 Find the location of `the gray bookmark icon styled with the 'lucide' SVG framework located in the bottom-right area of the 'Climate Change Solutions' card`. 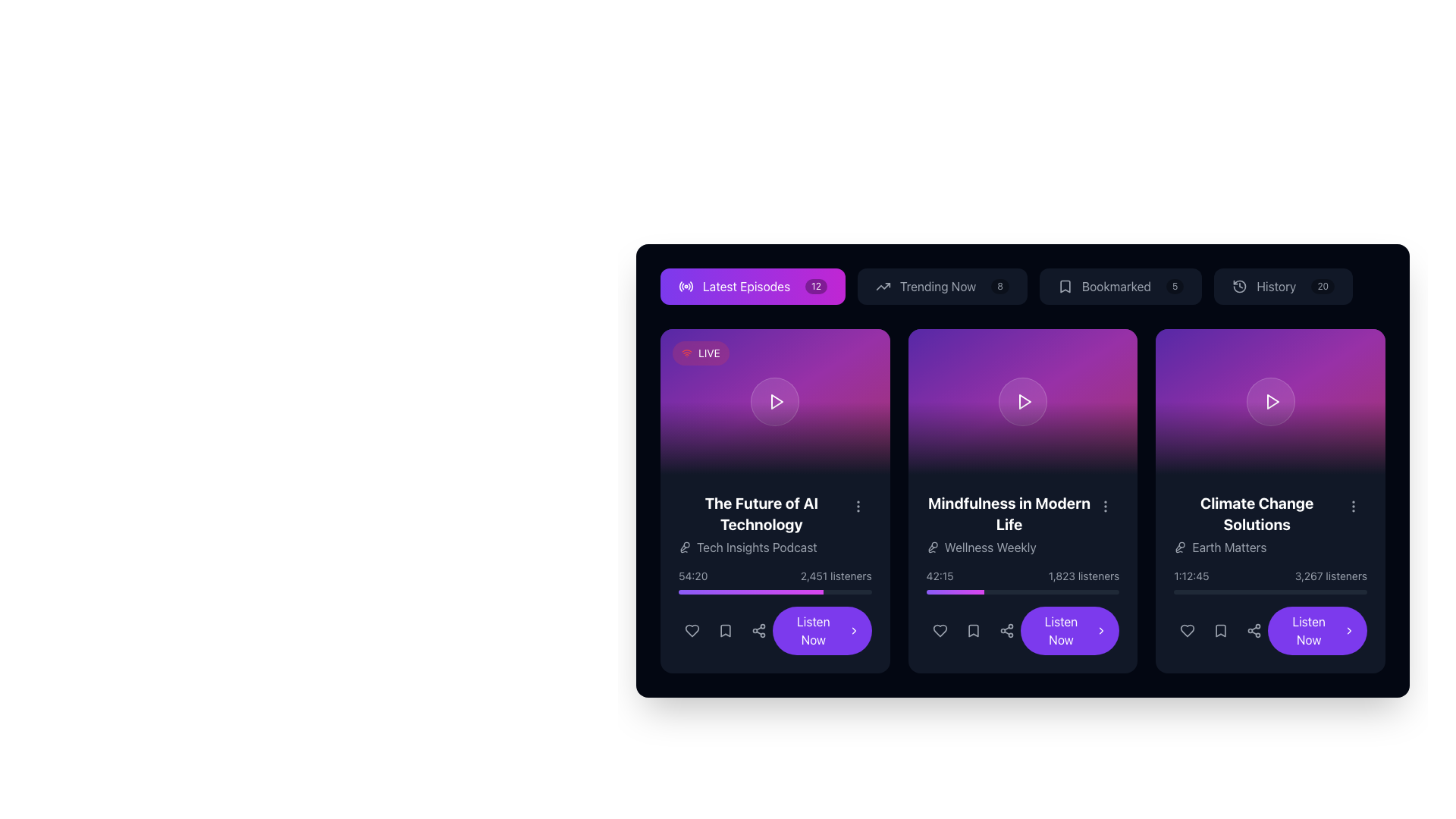

the gray bookmark icon styled with the 'lucide' SVG framework located in the bottom-right area of the 'Climate Change Solutions' card is located at coordinates (1221, 631).